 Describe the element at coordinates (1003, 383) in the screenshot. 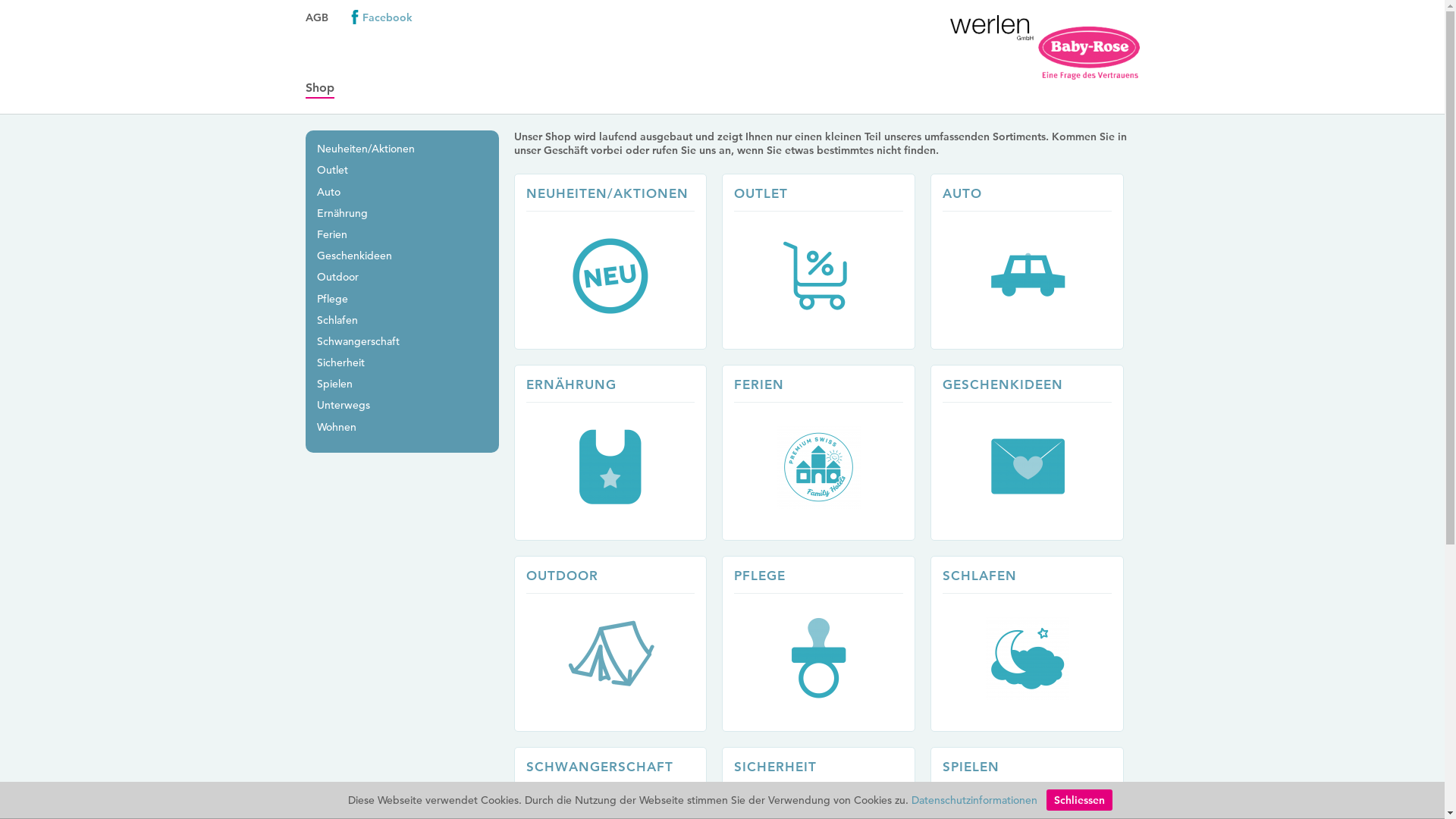

I see `'GESCHENKIDEEN'` at that location.